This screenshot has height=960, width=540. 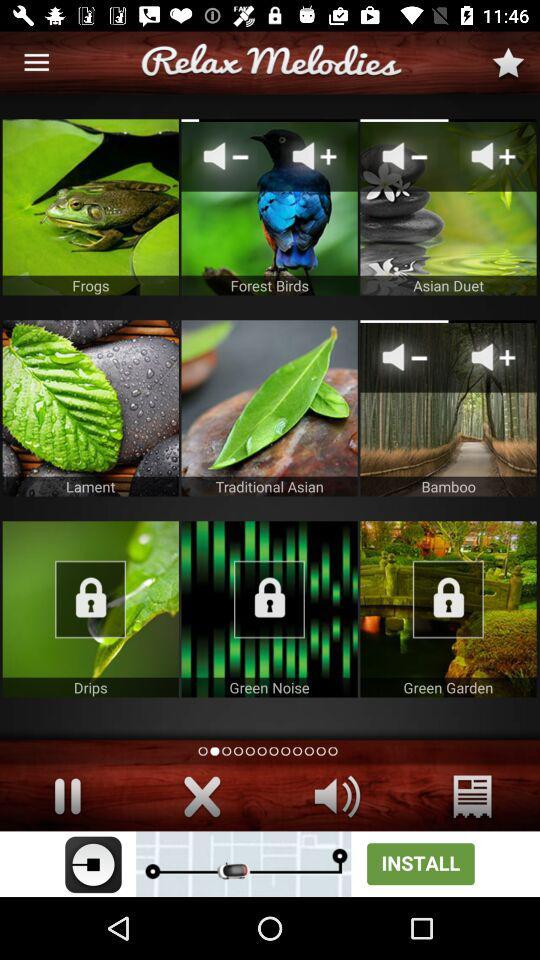 What do you see at coordinates (89, 407) in the screenshot?
I see `open selected item` at bounding box center [89, 407].